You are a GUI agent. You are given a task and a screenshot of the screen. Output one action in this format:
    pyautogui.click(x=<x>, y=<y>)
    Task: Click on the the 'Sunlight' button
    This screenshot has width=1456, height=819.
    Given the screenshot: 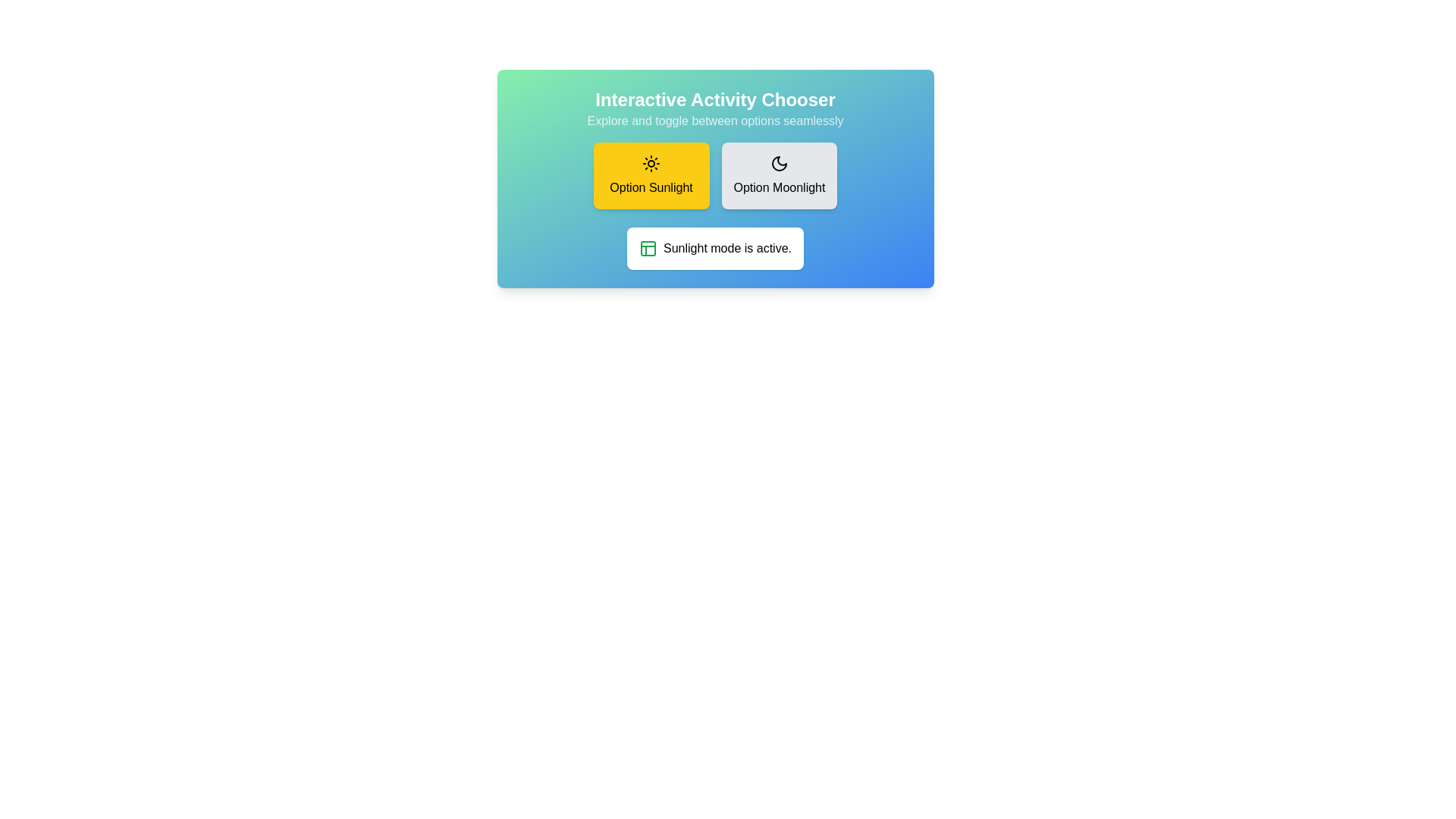 What is the action you would take?
    pyautogui.click(x=651, y=174)
    